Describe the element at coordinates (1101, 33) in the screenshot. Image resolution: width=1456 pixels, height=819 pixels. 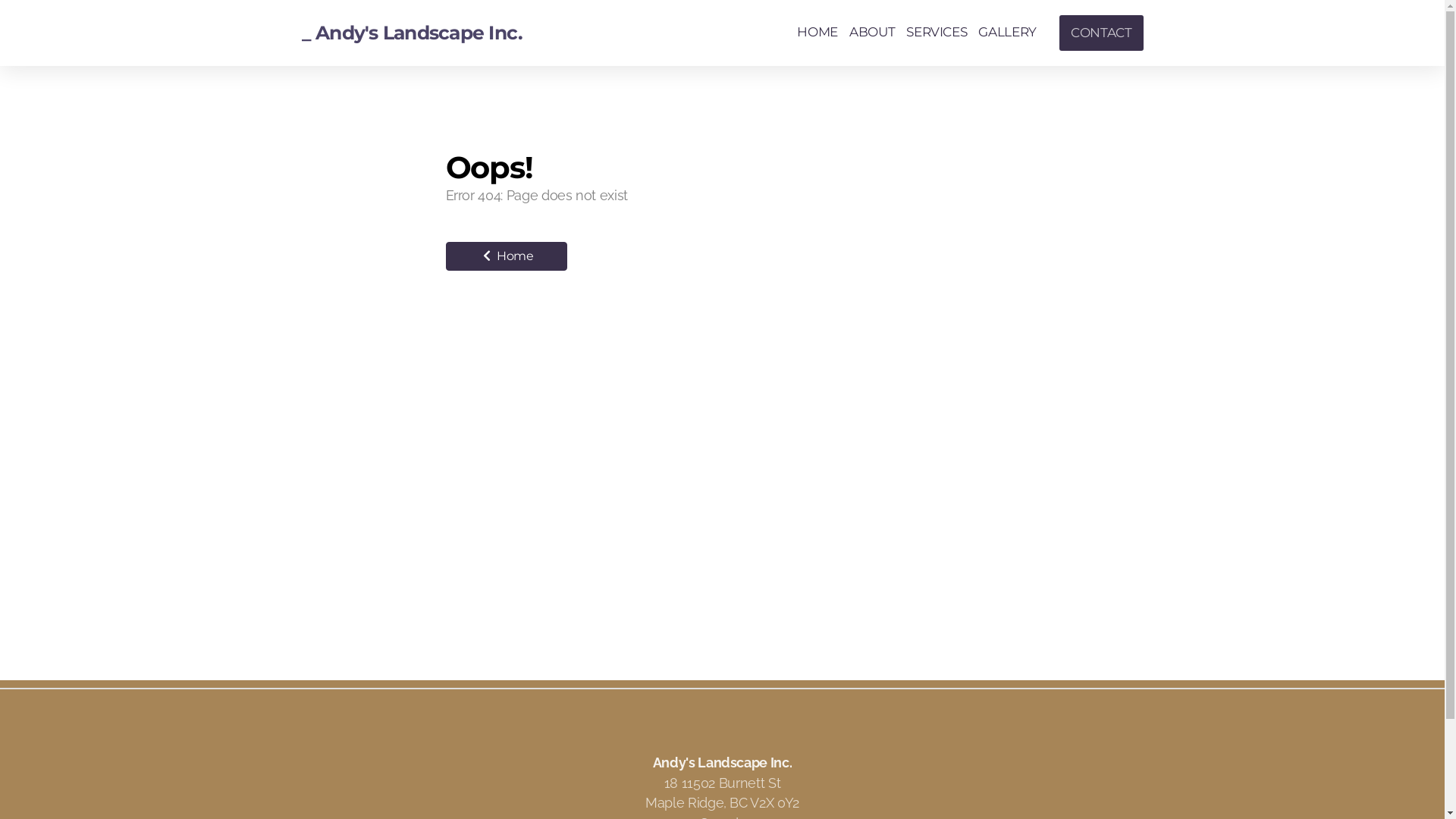
I see `'CONTACT'` at that location.